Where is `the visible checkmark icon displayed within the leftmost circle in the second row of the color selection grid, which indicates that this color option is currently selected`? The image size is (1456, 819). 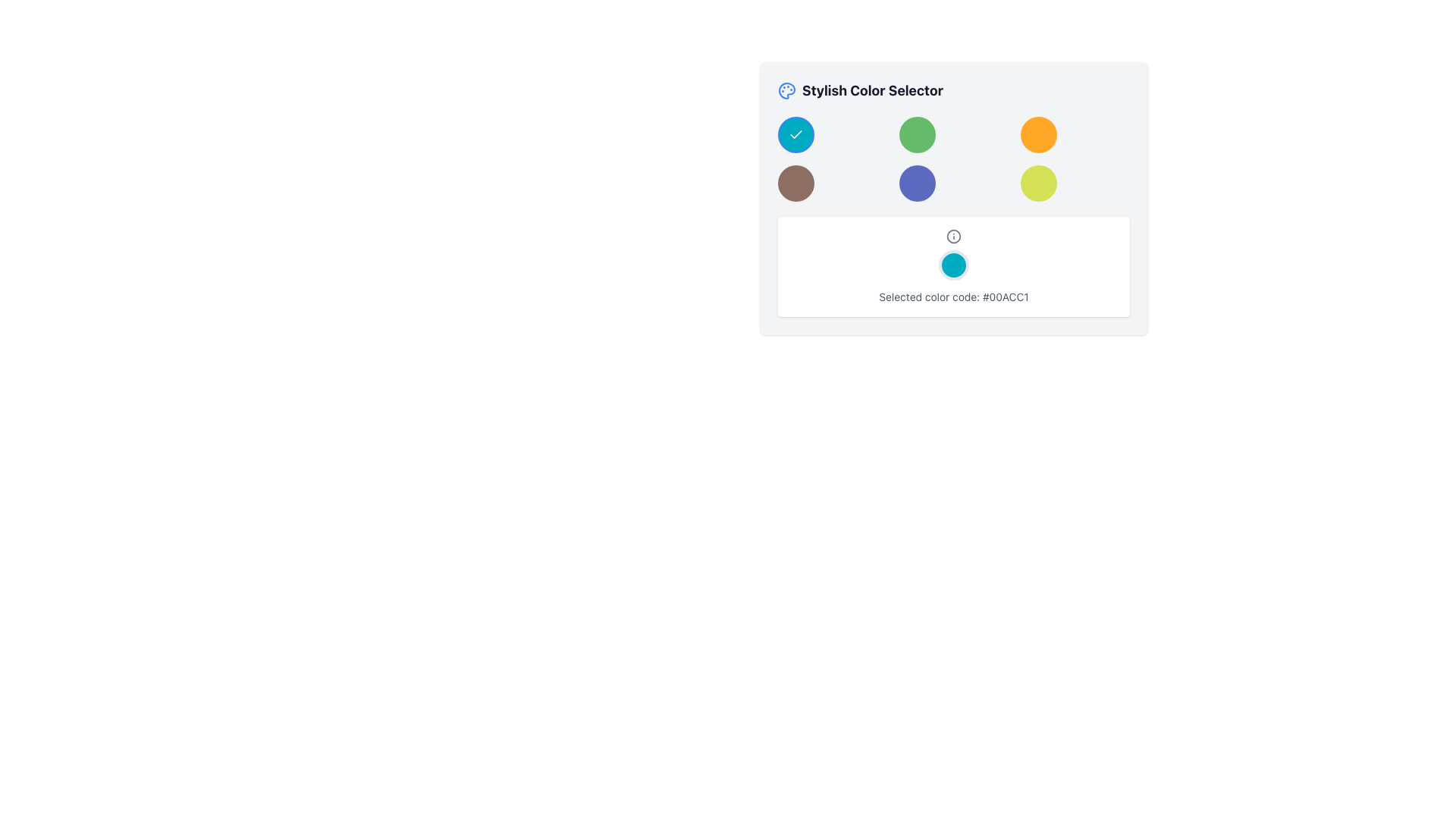
the visible checkmark icon displayed within the leftmost circle in the second row of the color selection grid, which indicates that this color option is currently selected is located at coordinates (795, 133).